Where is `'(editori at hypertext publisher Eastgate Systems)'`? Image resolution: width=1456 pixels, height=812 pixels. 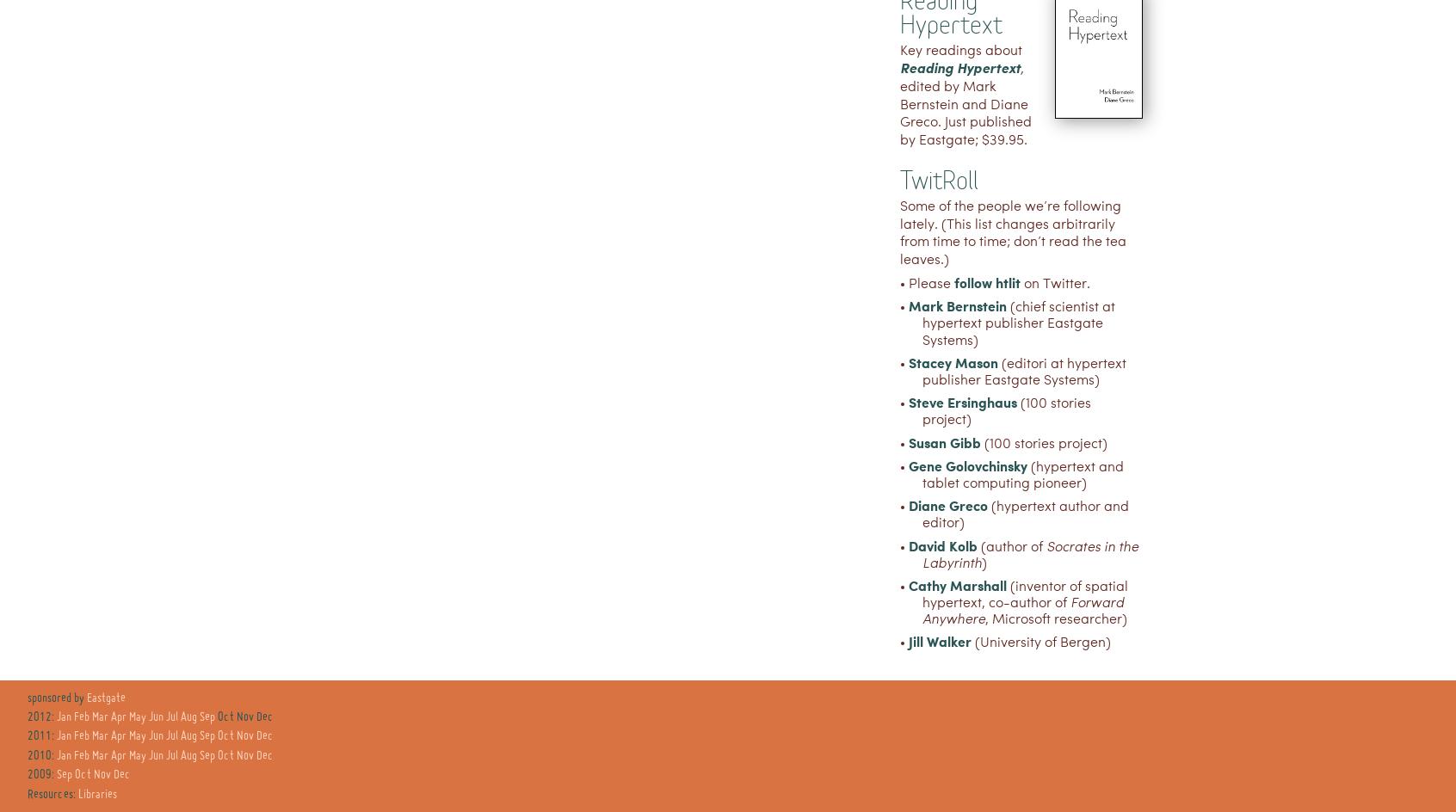
'(editori at hypertext publisher Eastgate Systems)' is located at coordinates (922, 372).